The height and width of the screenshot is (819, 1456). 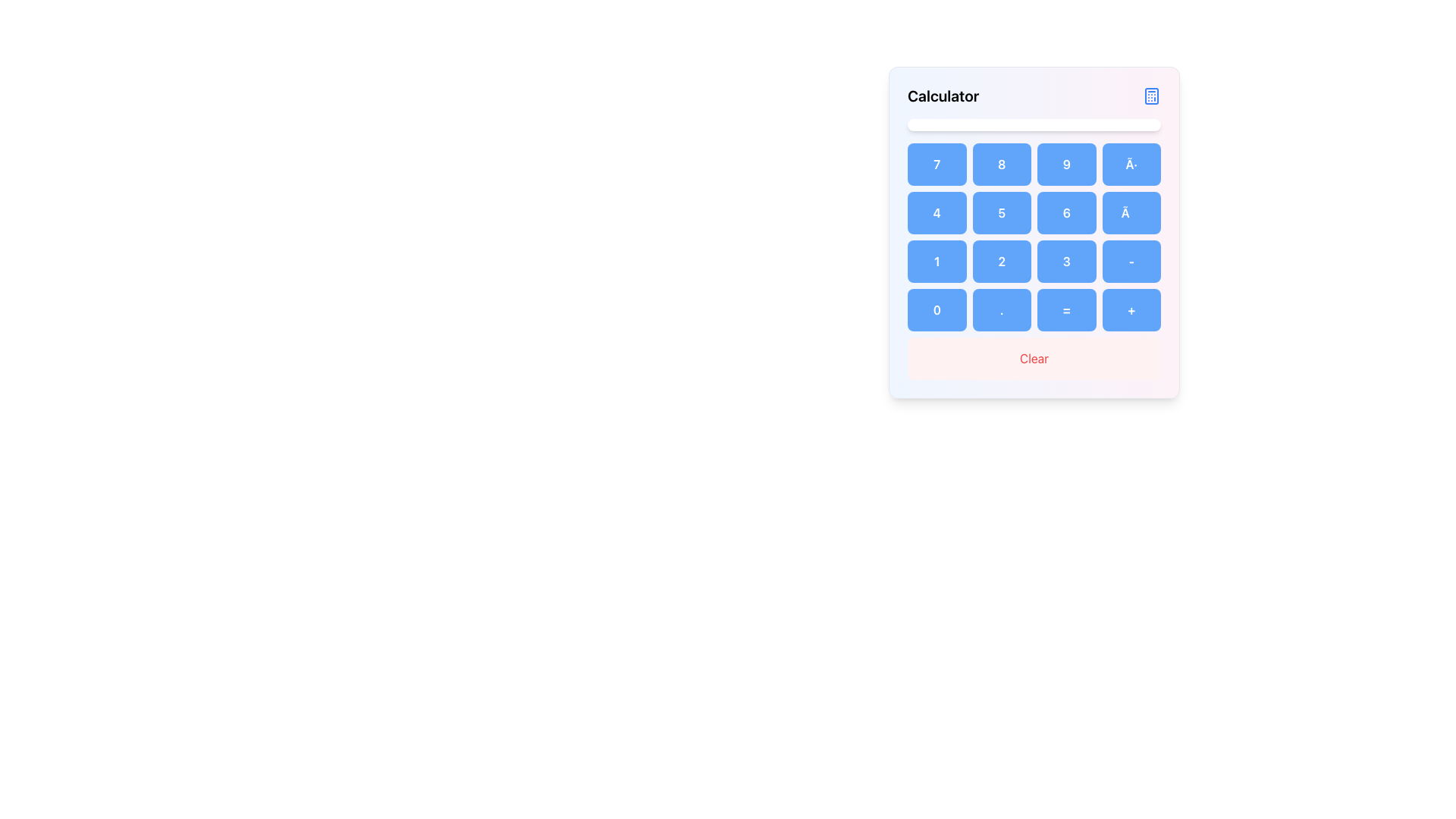 I want to click on the button labeled '9' in the calculator interface to input the number '9', so click(x=1065, y=164).